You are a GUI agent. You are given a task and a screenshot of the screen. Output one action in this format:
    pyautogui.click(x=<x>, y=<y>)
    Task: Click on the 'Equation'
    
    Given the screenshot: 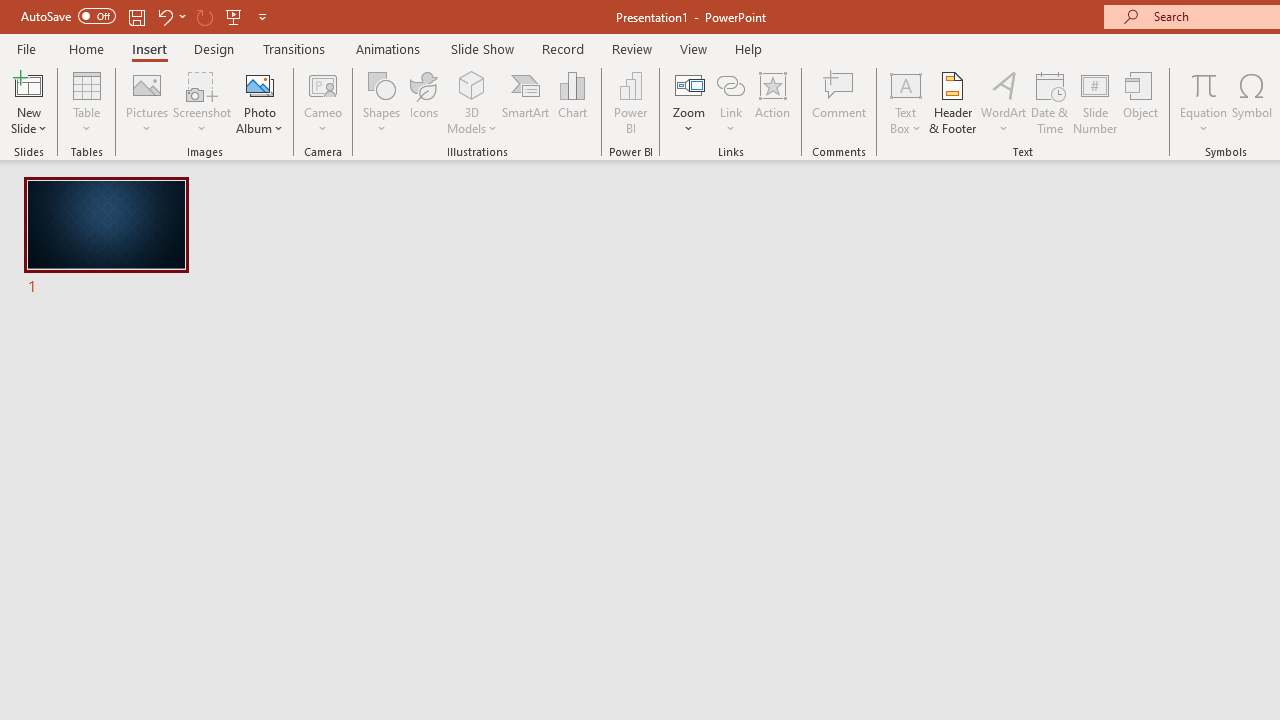 What is the action you would take?
    pyautogui.click(x=1202, y=103)
    